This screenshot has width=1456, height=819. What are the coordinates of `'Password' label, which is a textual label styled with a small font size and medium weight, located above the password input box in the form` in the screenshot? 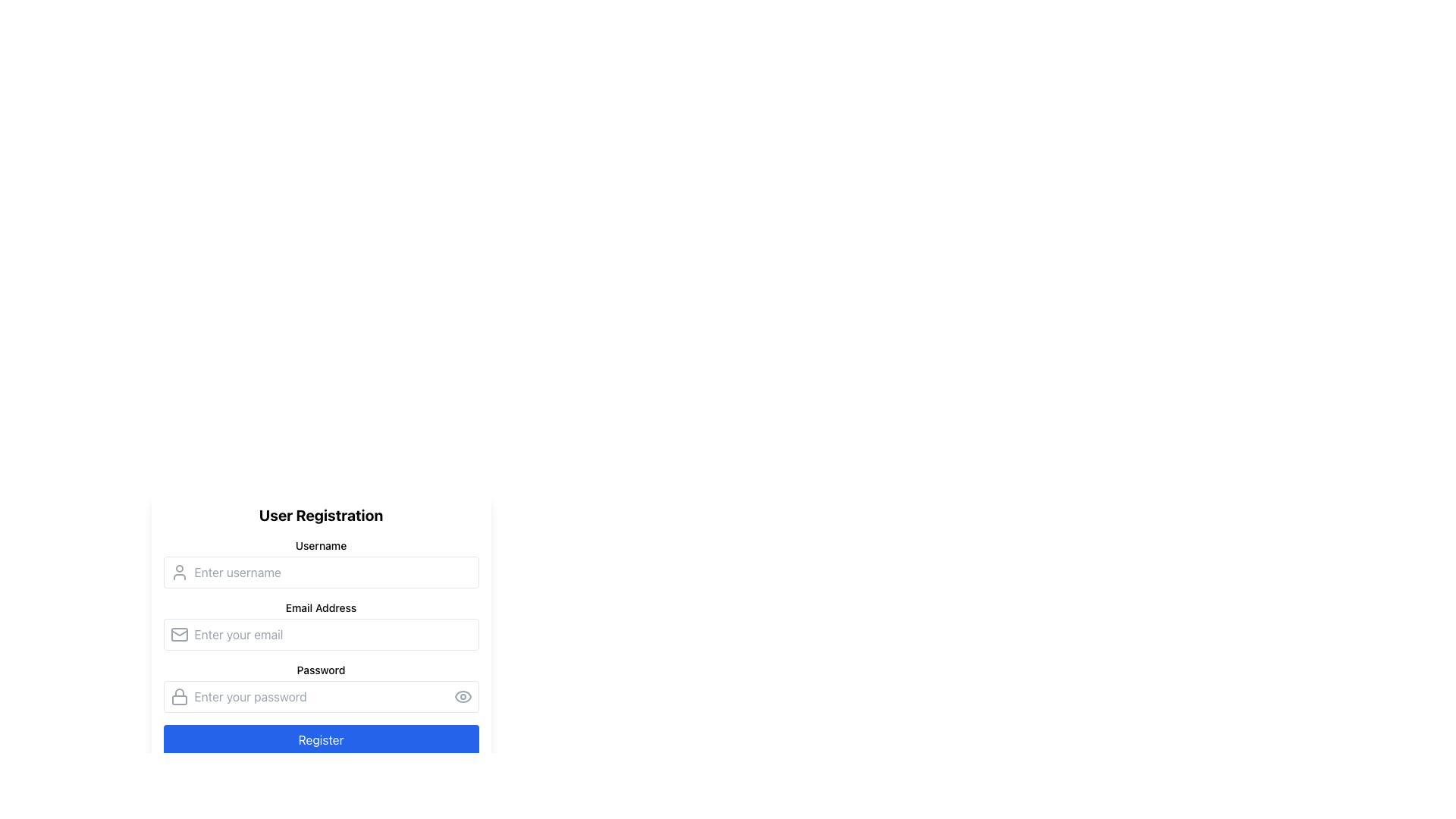 It's located at (320, 669).